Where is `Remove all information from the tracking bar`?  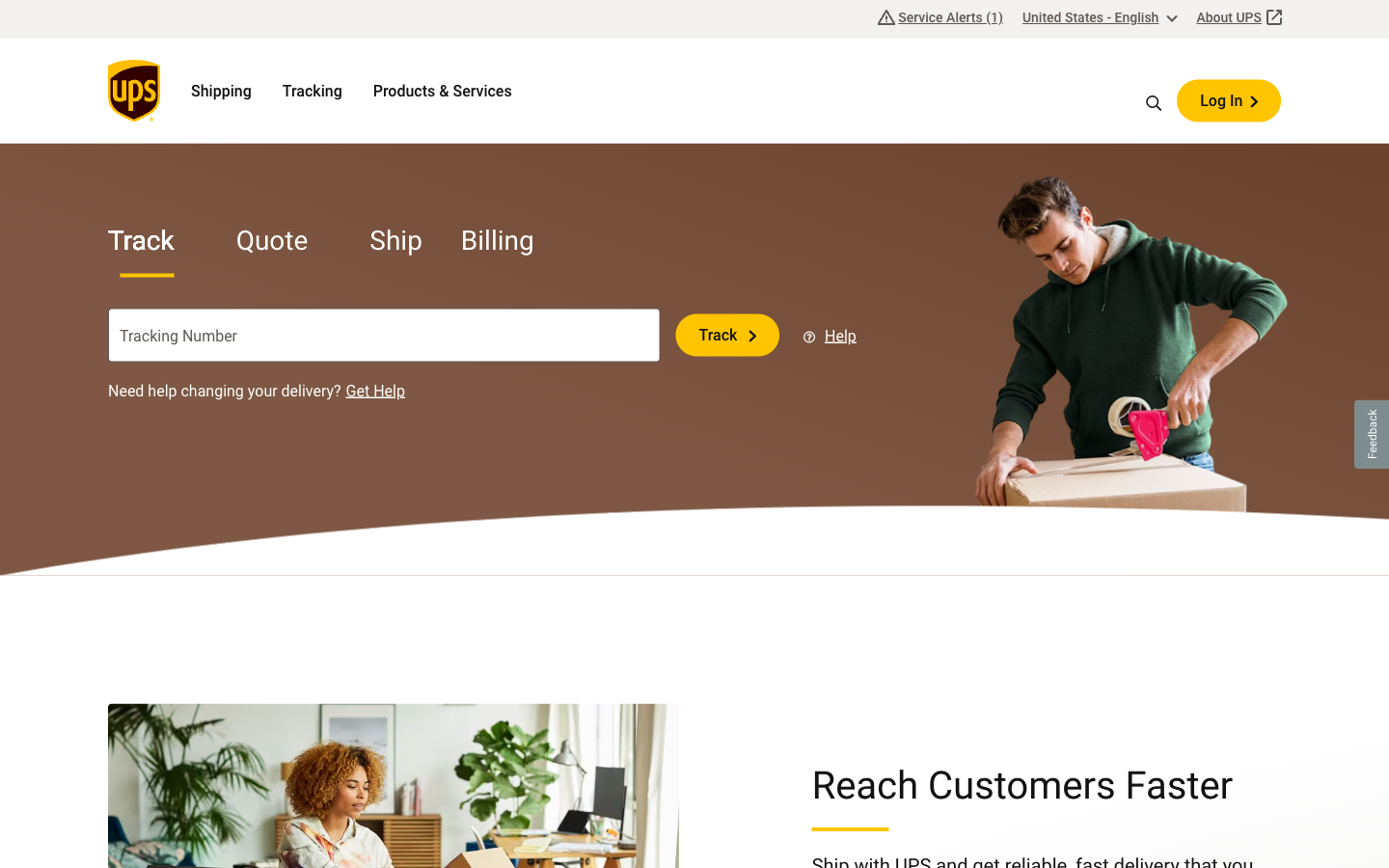
Remove all information from the tracking bar is located at coordinates (568, 335).